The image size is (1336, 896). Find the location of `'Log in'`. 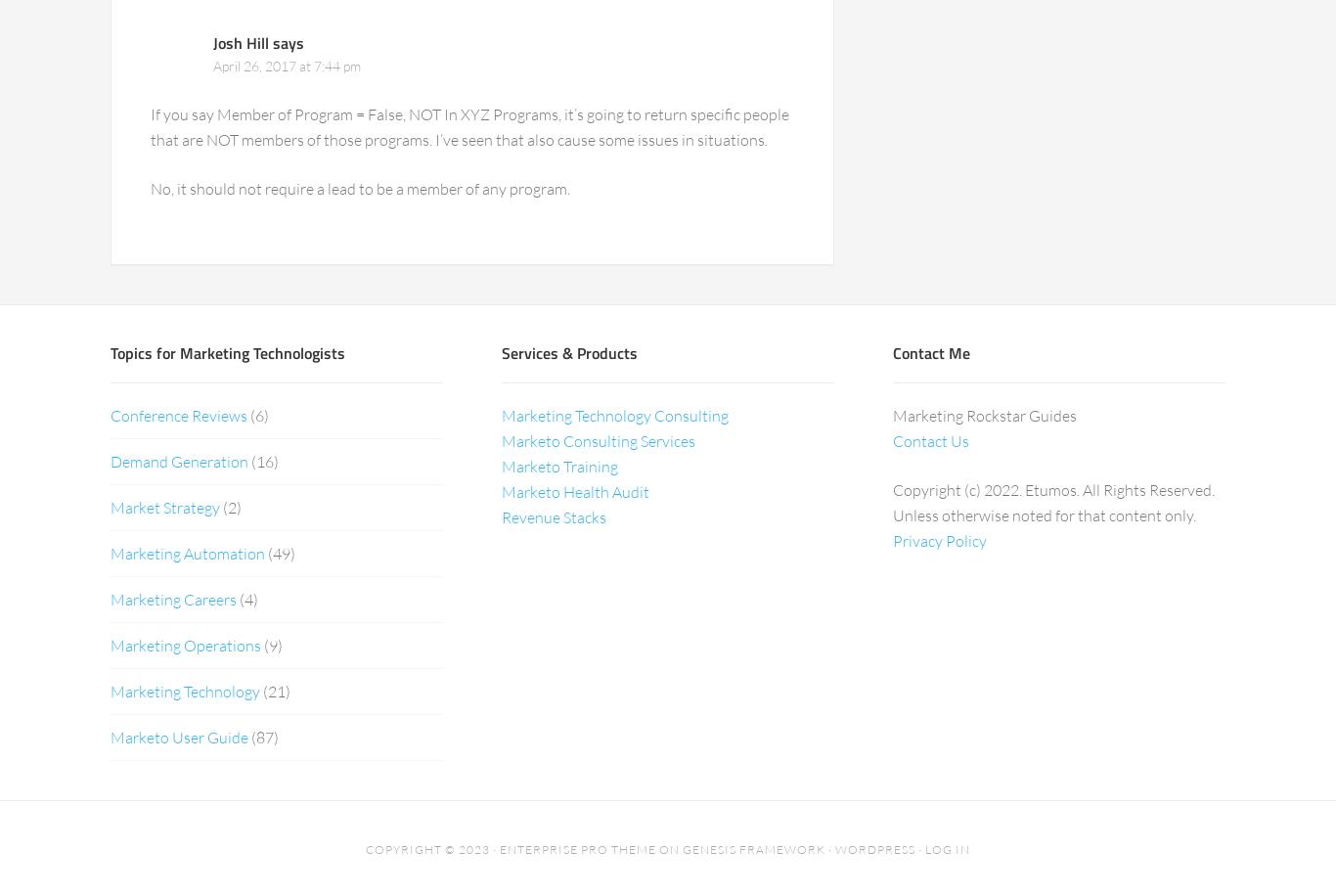

'Log in' is located at coordinates (948, 847).